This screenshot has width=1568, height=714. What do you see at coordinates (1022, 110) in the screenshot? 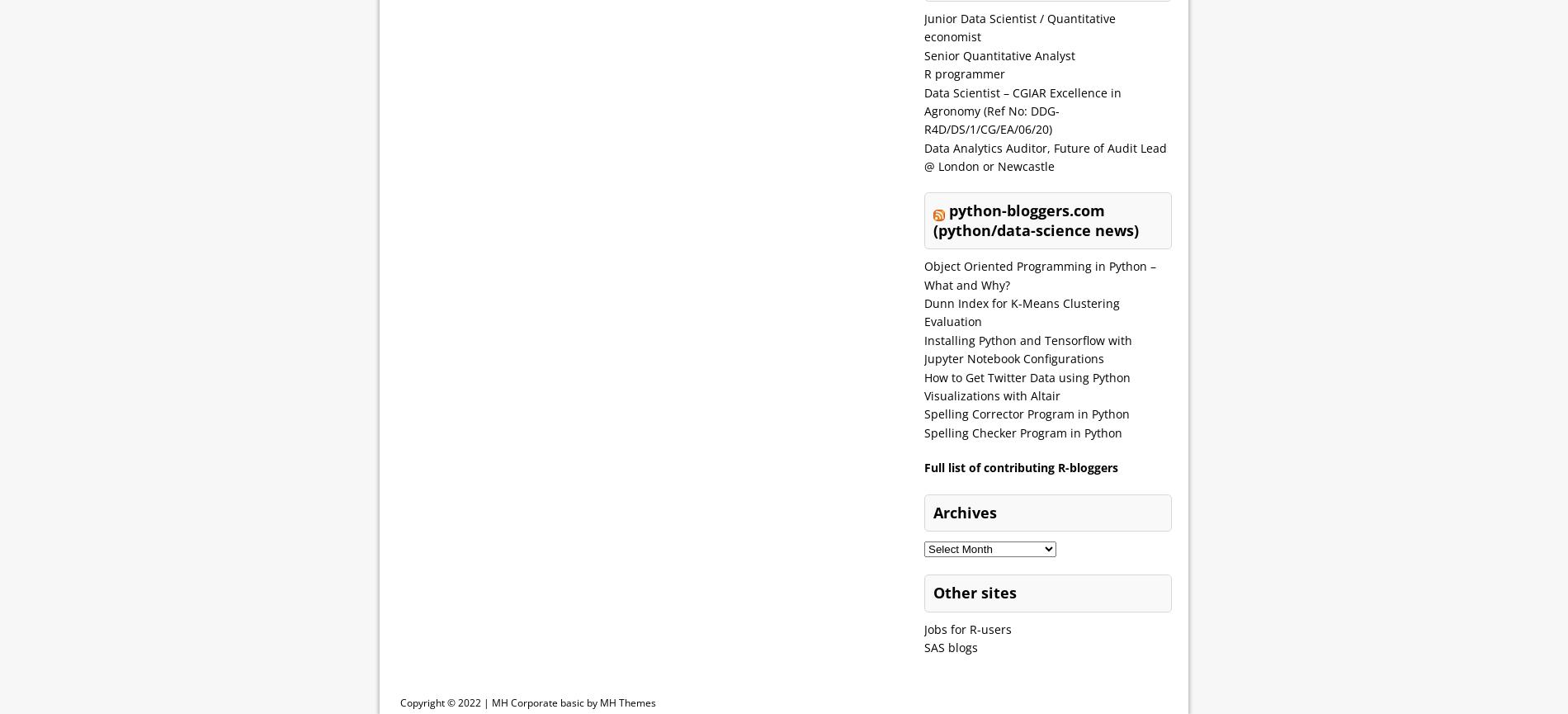
I see `'Data Scientist – CGIAR Excellence in Agronomy (Ref No: DDG-R4D/DS/1/CG/EA/06/20)'` at bounding box center [1022, 110].